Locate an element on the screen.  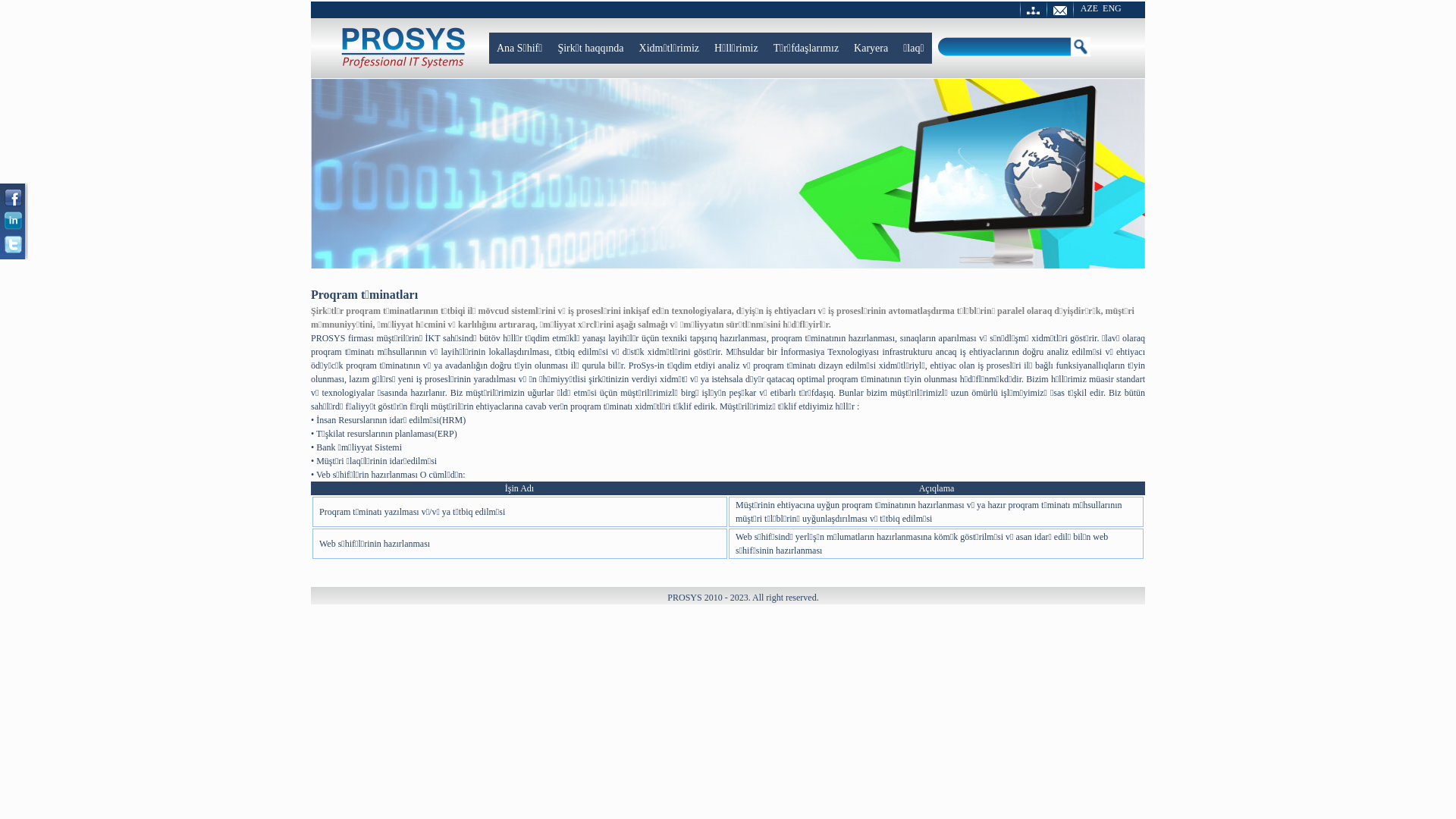
'Karyera' is located at coordinates (871, 47).